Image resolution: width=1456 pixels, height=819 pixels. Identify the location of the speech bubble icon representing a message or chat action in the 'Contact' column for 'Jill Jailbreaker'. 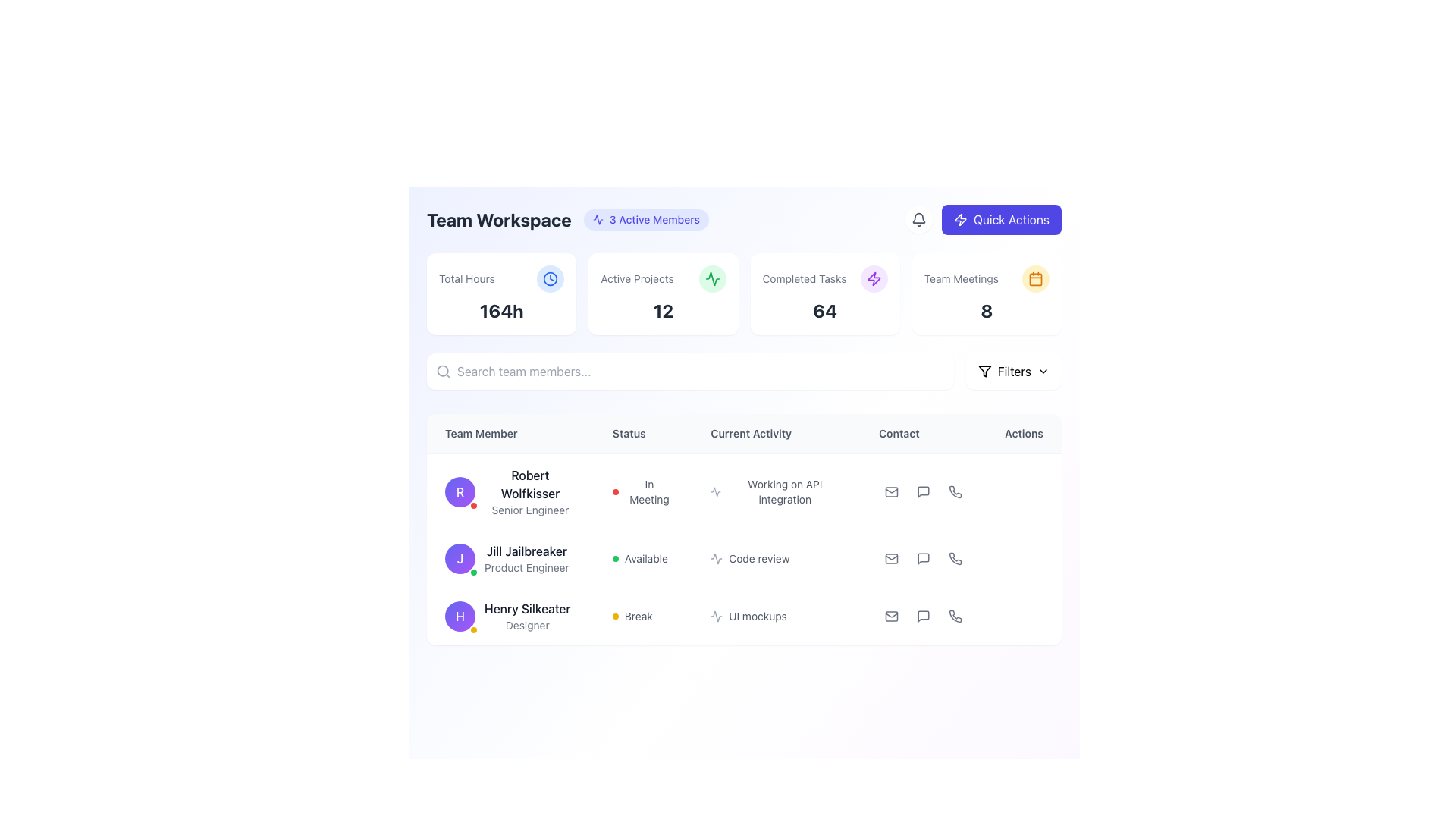
(923, 617).